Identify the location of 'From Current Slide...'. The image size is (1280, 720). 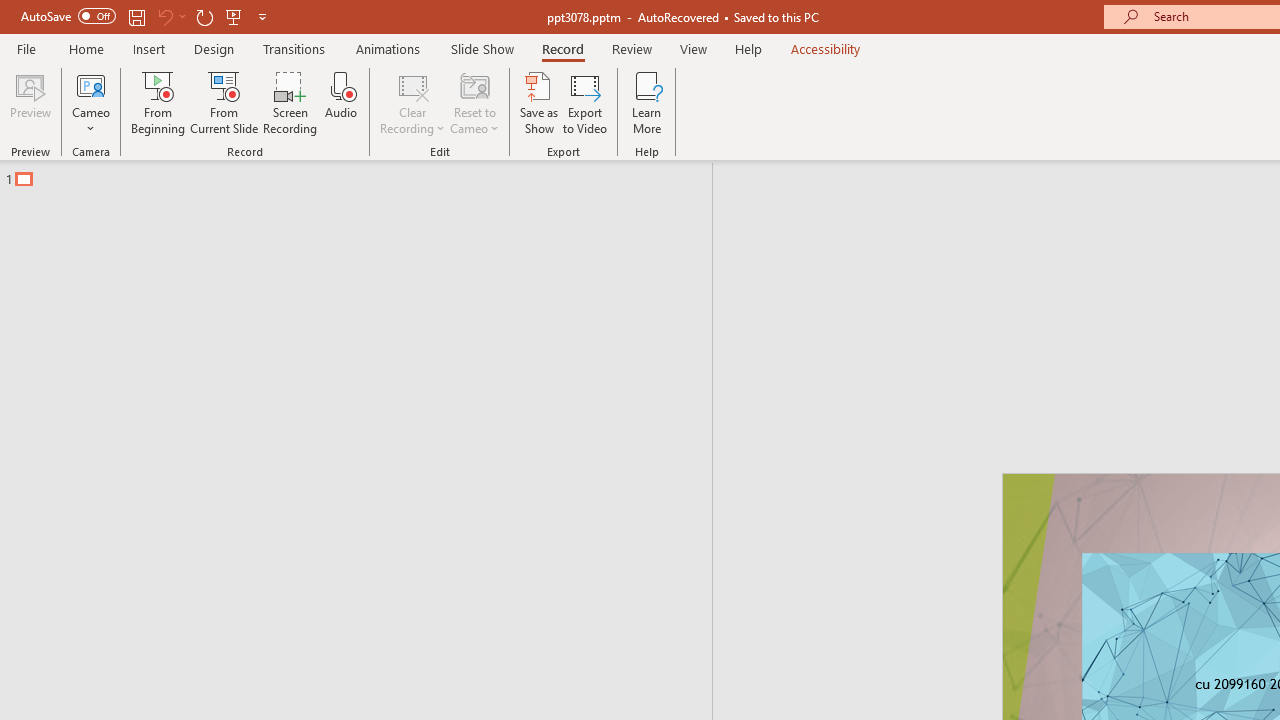
(224, 103).